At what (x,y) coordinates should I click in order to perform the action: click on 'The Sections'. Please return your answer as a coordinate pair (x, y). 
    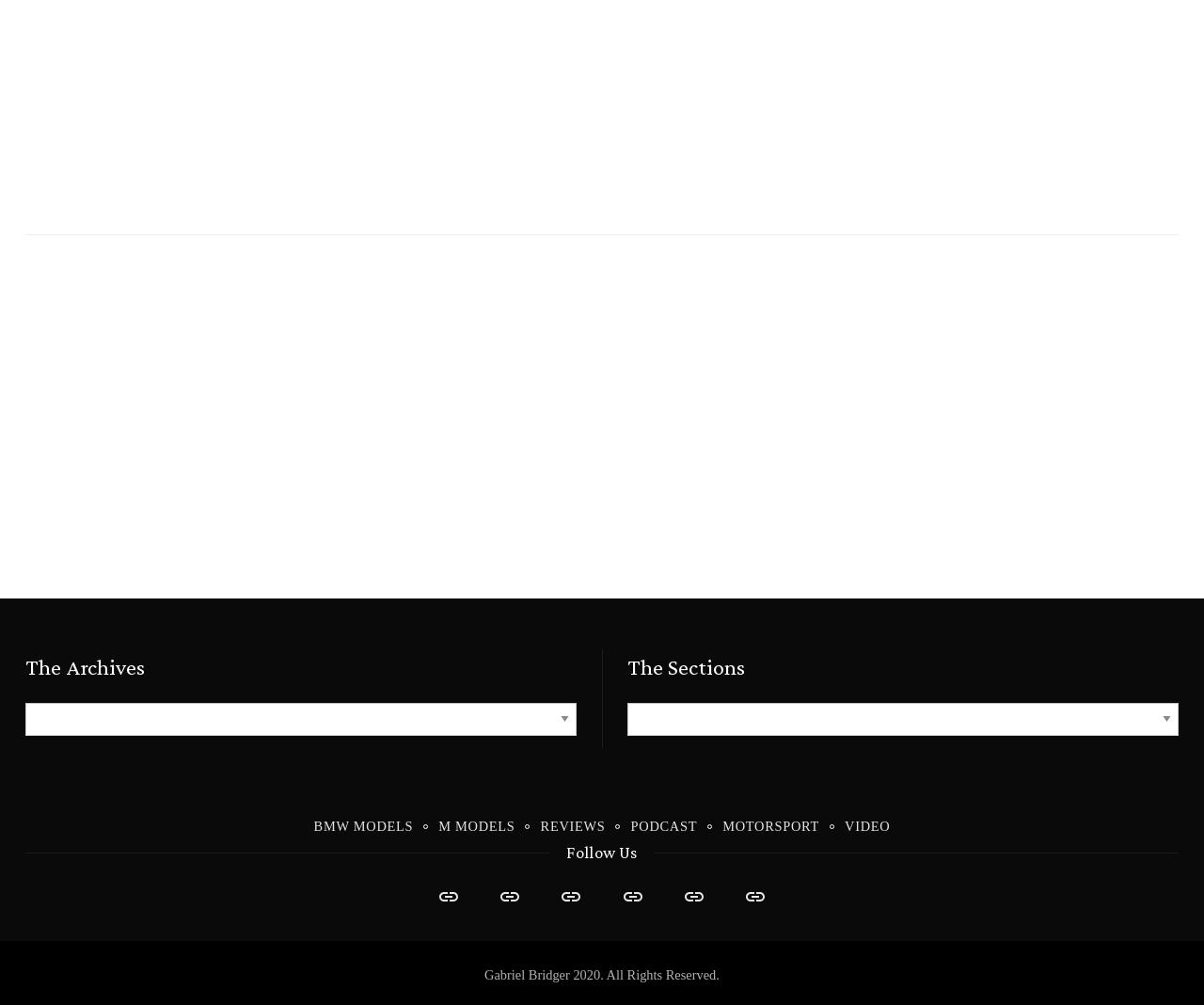
    Looking at the image, I should click on (685, 666).